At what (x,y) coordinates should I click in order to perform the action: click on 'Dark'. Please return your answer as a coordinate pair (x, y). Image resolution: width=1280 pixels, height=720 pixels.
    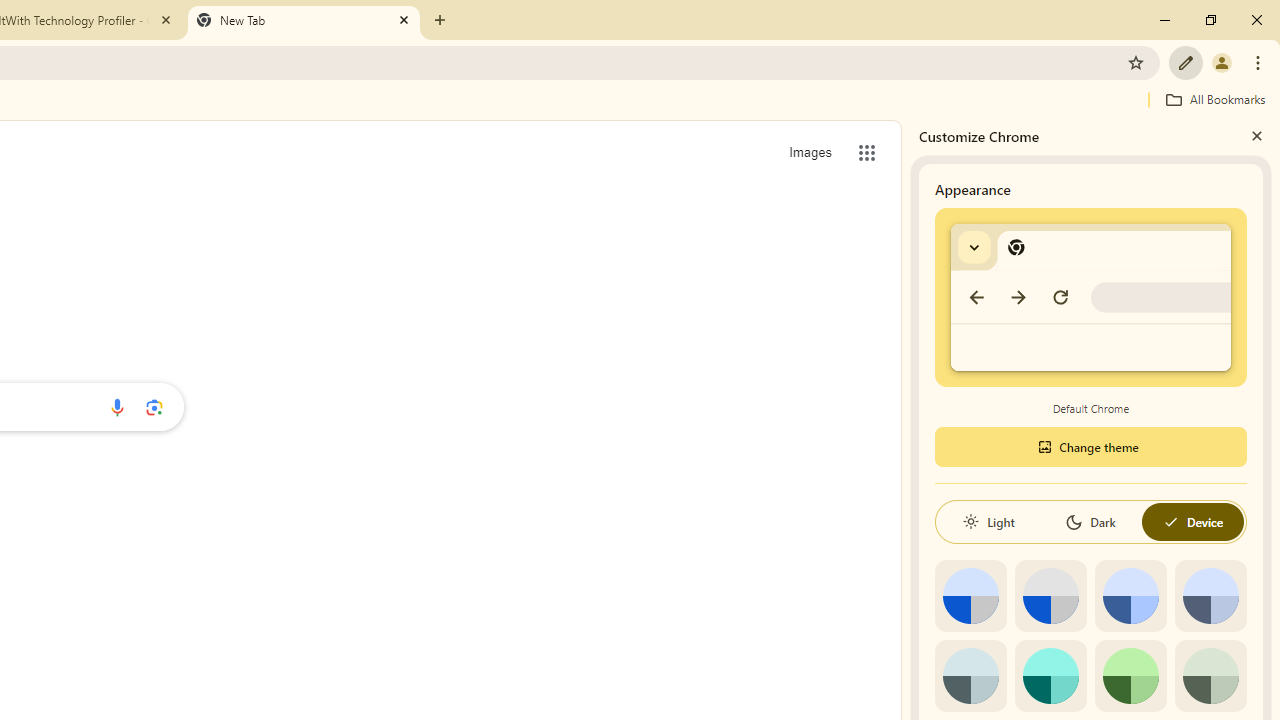
    Looking at the image, I should click on (1089, 521).